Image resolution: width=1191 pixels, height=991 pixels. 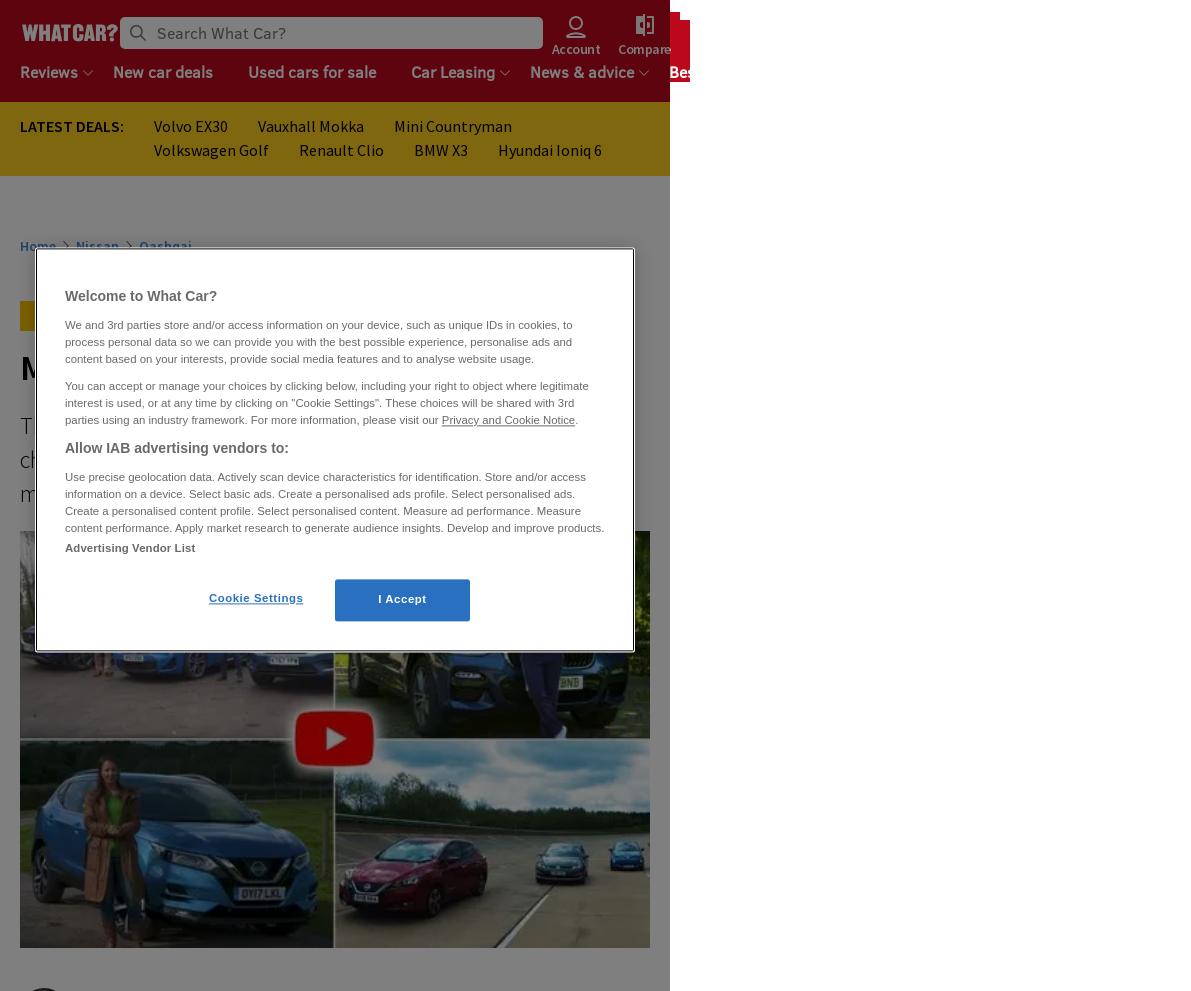 I want to click on 'Compare', so click(x=644, y=48).